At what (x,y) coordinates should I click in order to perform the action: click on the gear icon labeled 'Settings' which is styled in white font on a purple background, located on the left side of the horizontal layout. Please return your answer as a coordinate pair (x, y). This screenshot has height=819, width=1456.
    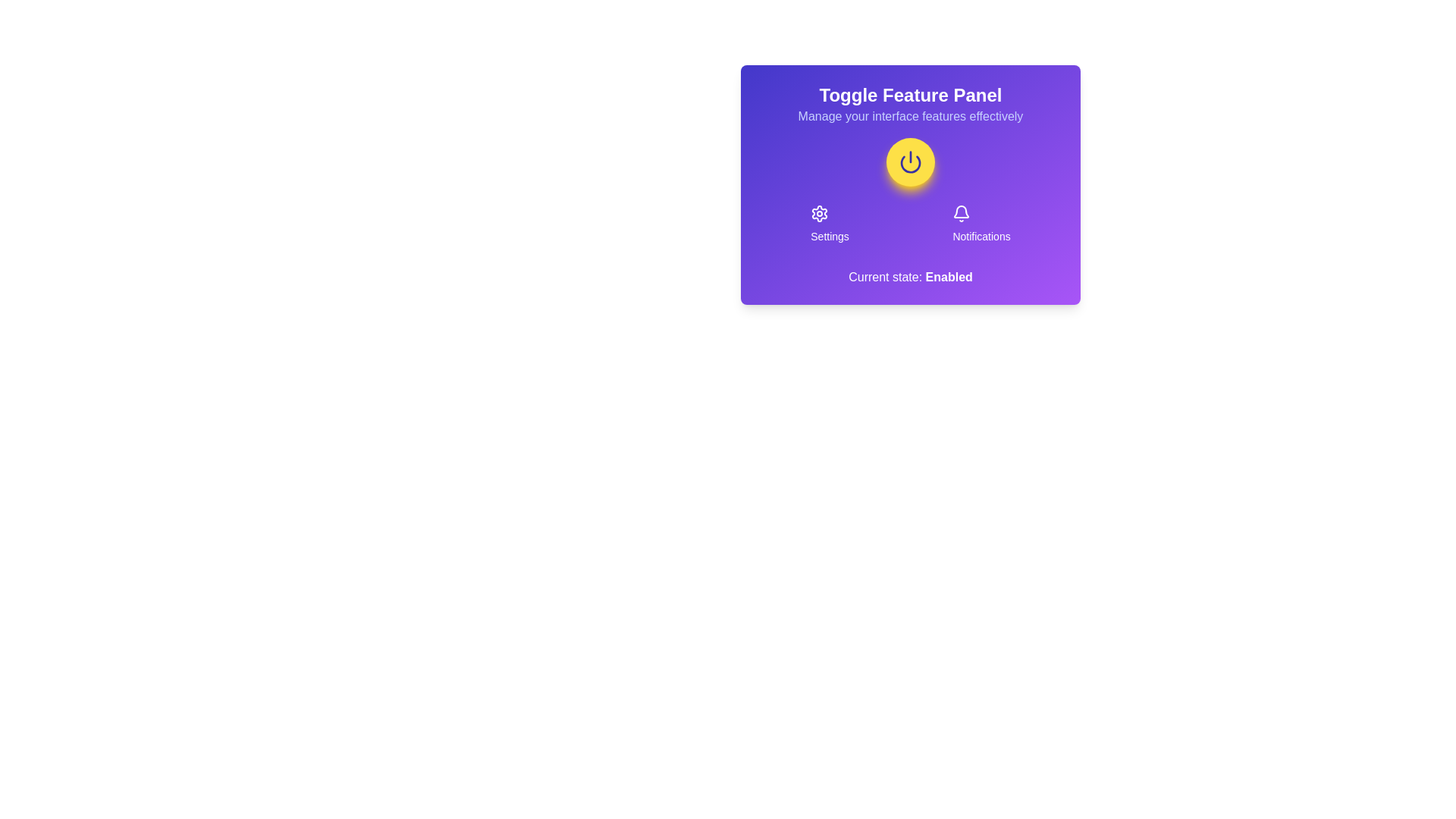
    Looking at the image, I should click on (829, 224).